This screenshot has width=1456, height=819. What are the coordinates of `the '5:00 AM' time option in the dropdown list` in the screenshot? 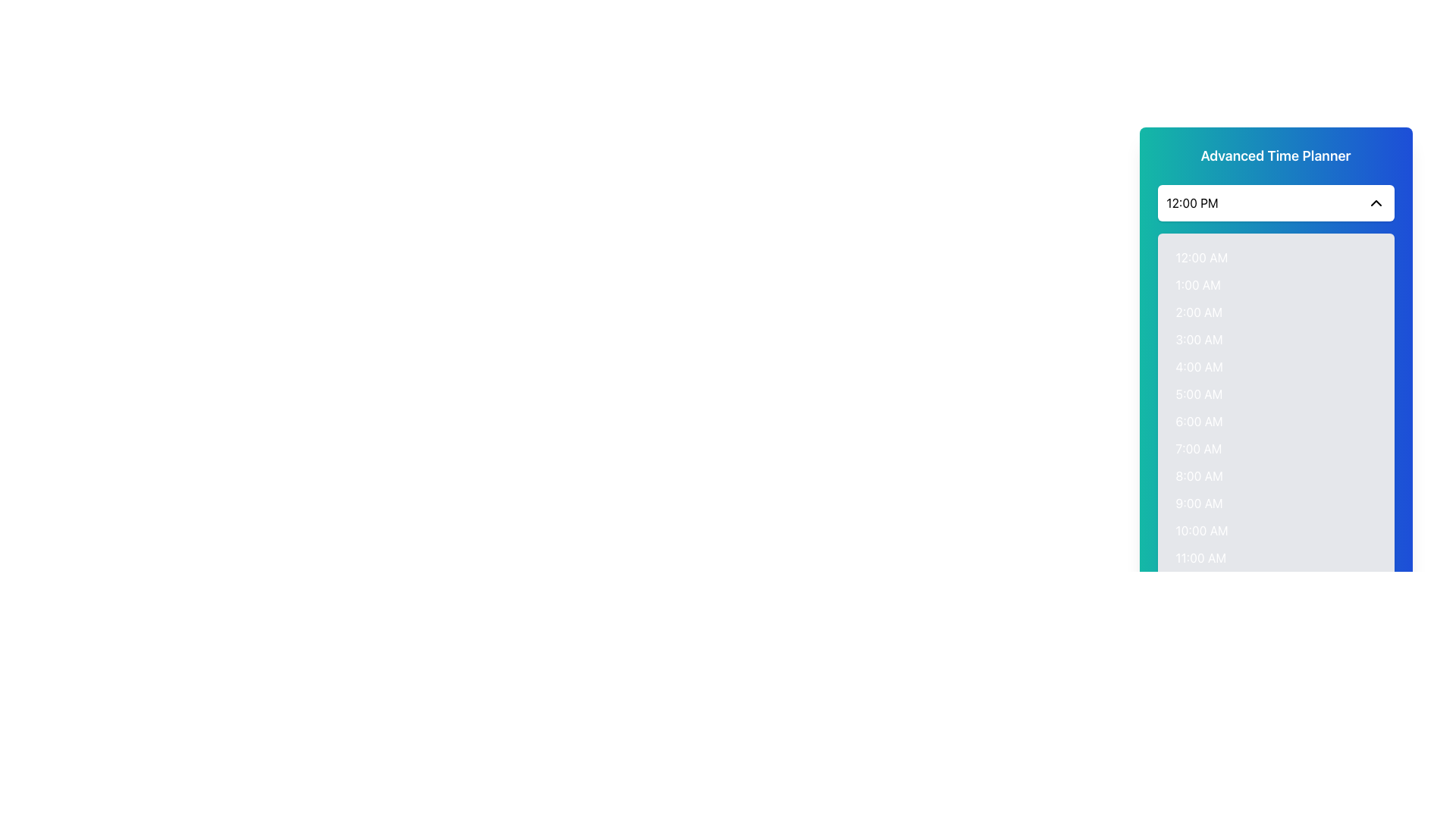 It's located at (1275, 394).